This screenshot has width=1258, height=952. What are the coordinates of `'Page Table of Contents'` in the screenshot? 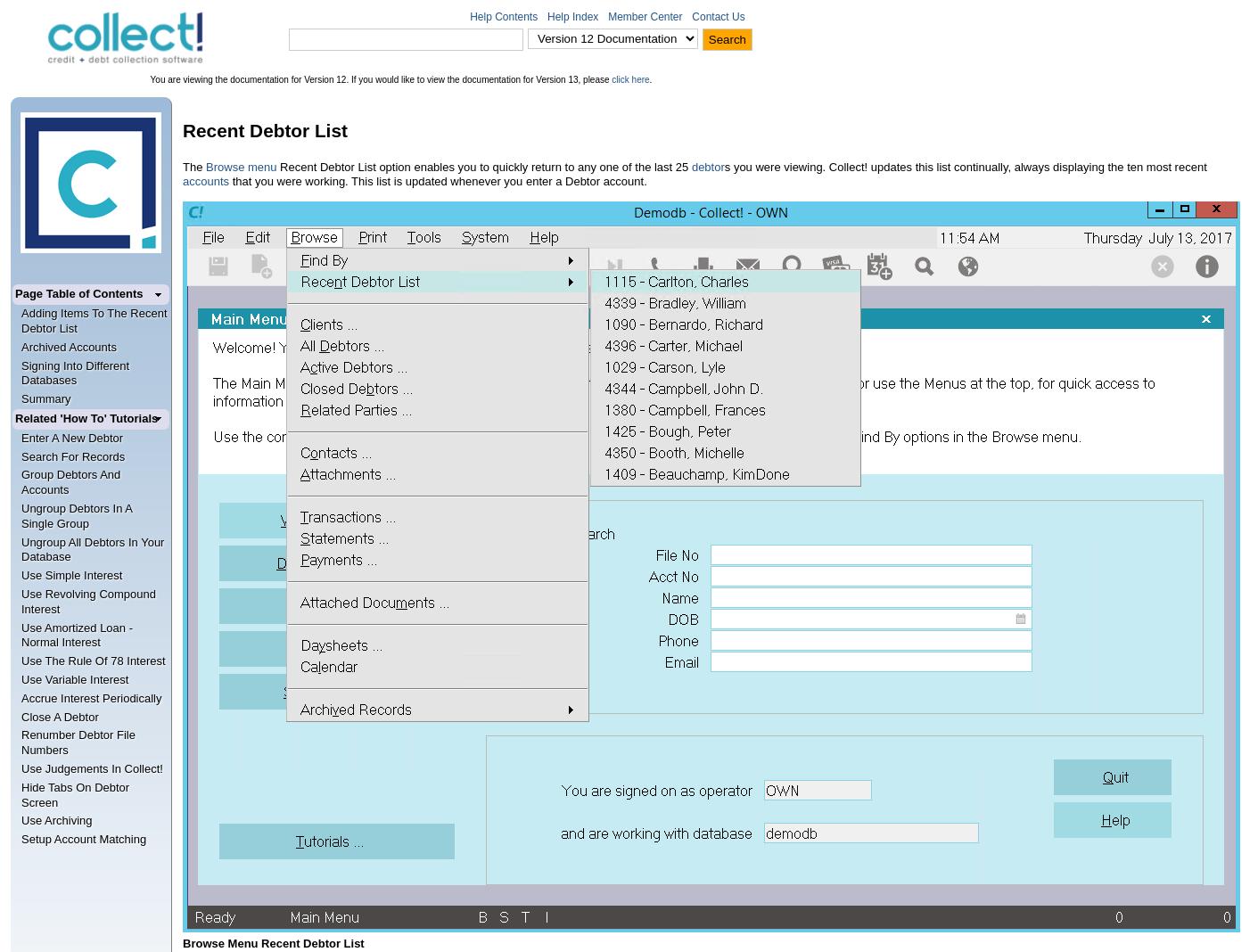 It's located at (78, 292).